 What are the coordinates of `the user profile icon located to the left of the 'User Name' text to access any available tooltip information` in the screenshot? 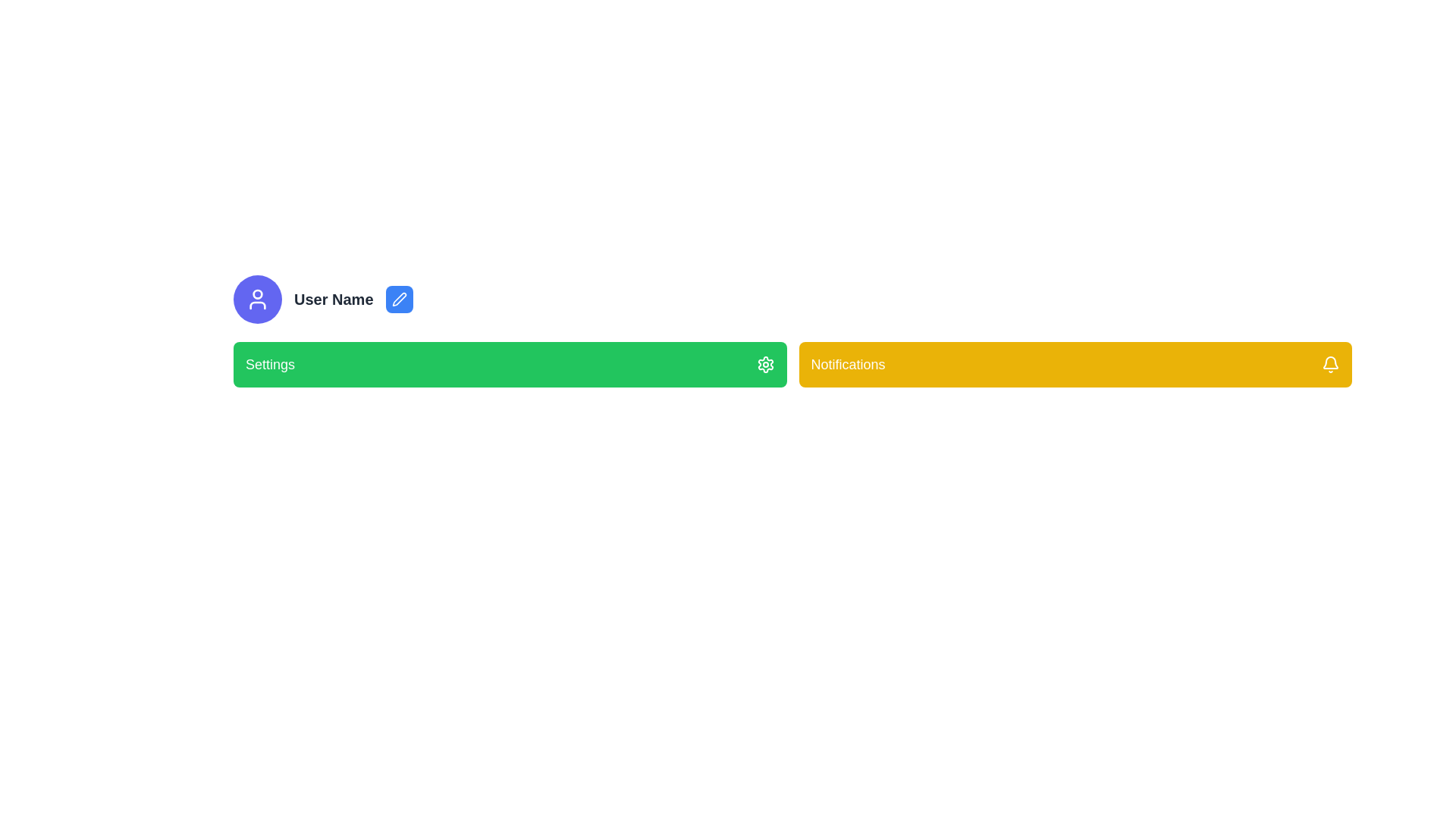 It's located at (258, 299).